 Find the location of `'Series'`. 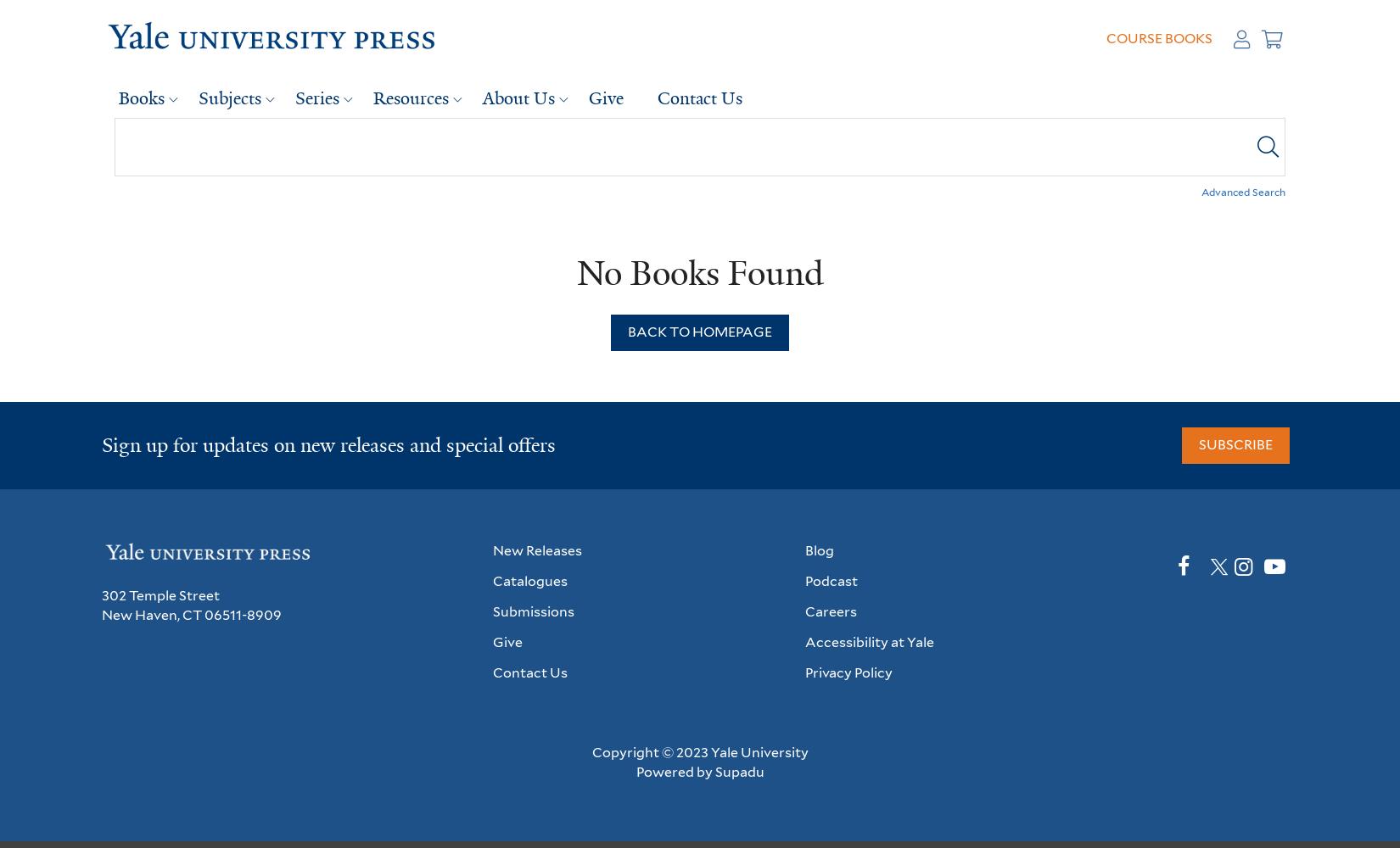

'Series' is located at coordinates (317, 97).